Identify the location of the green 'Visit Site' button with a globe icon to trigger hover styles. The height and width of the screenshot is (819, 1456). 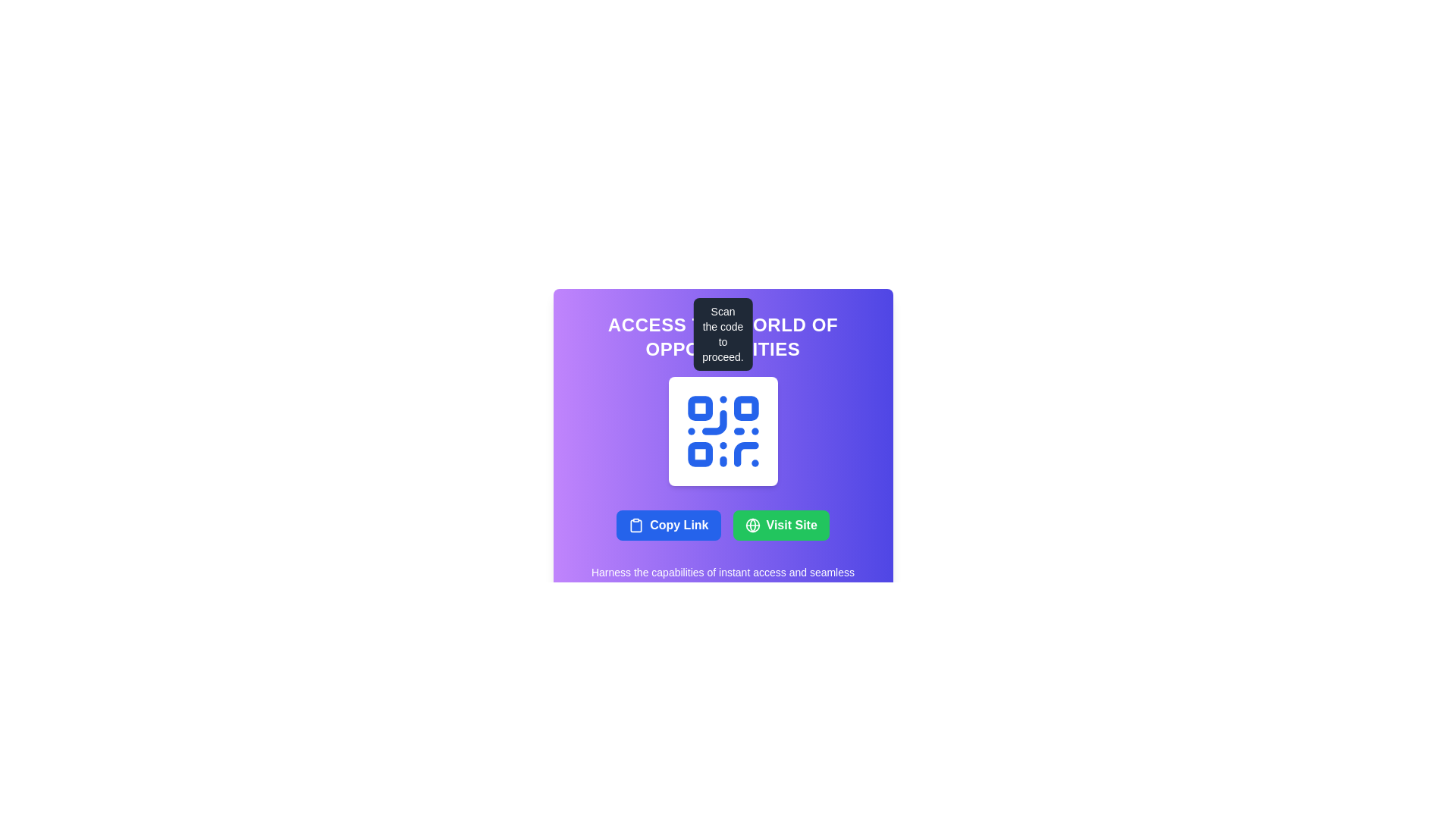
(781, 525).